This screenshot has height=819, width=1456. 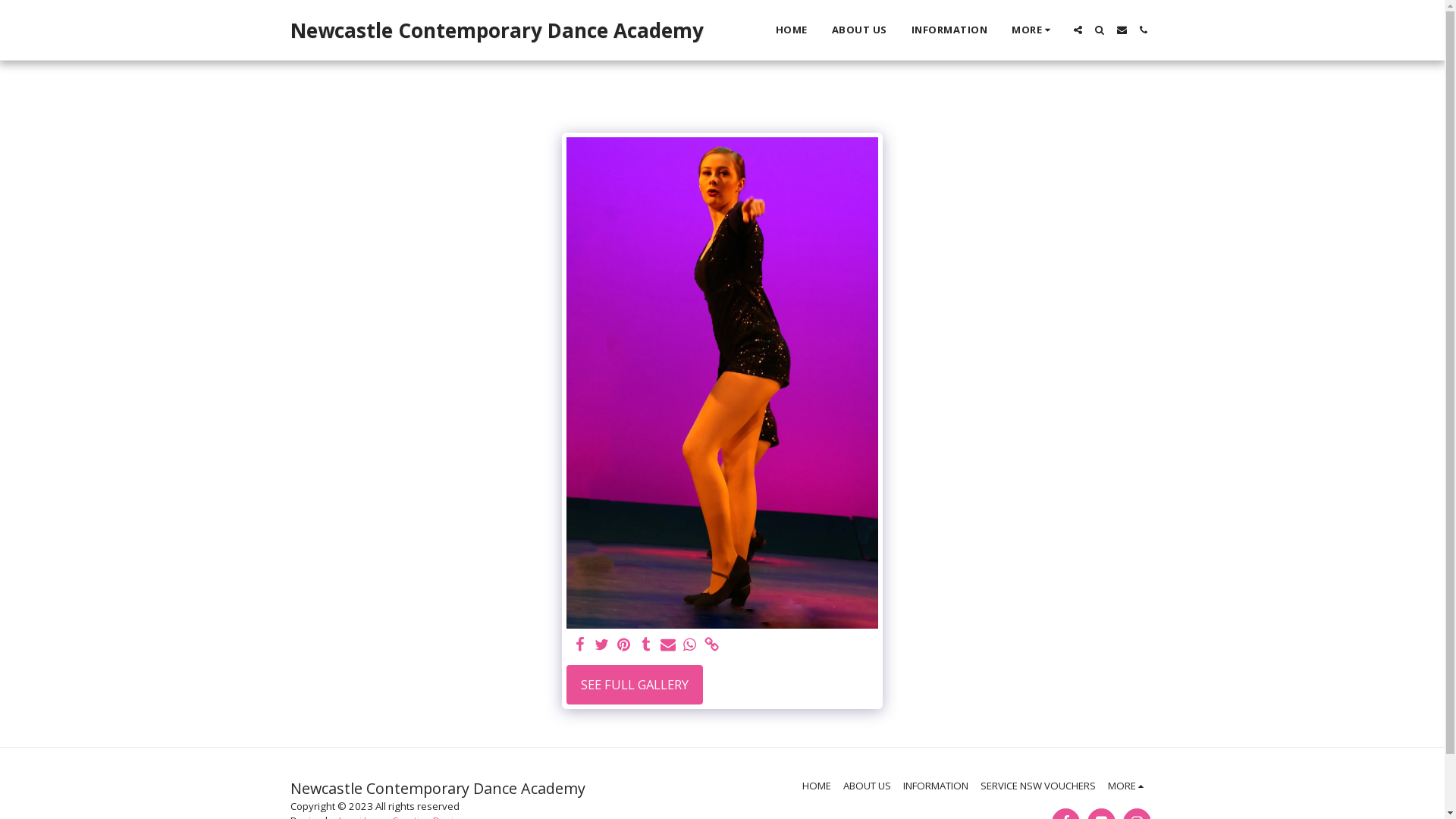 I want to click on 'SERVICE NSW VOUCHERS', so click(x=1037, y=785).